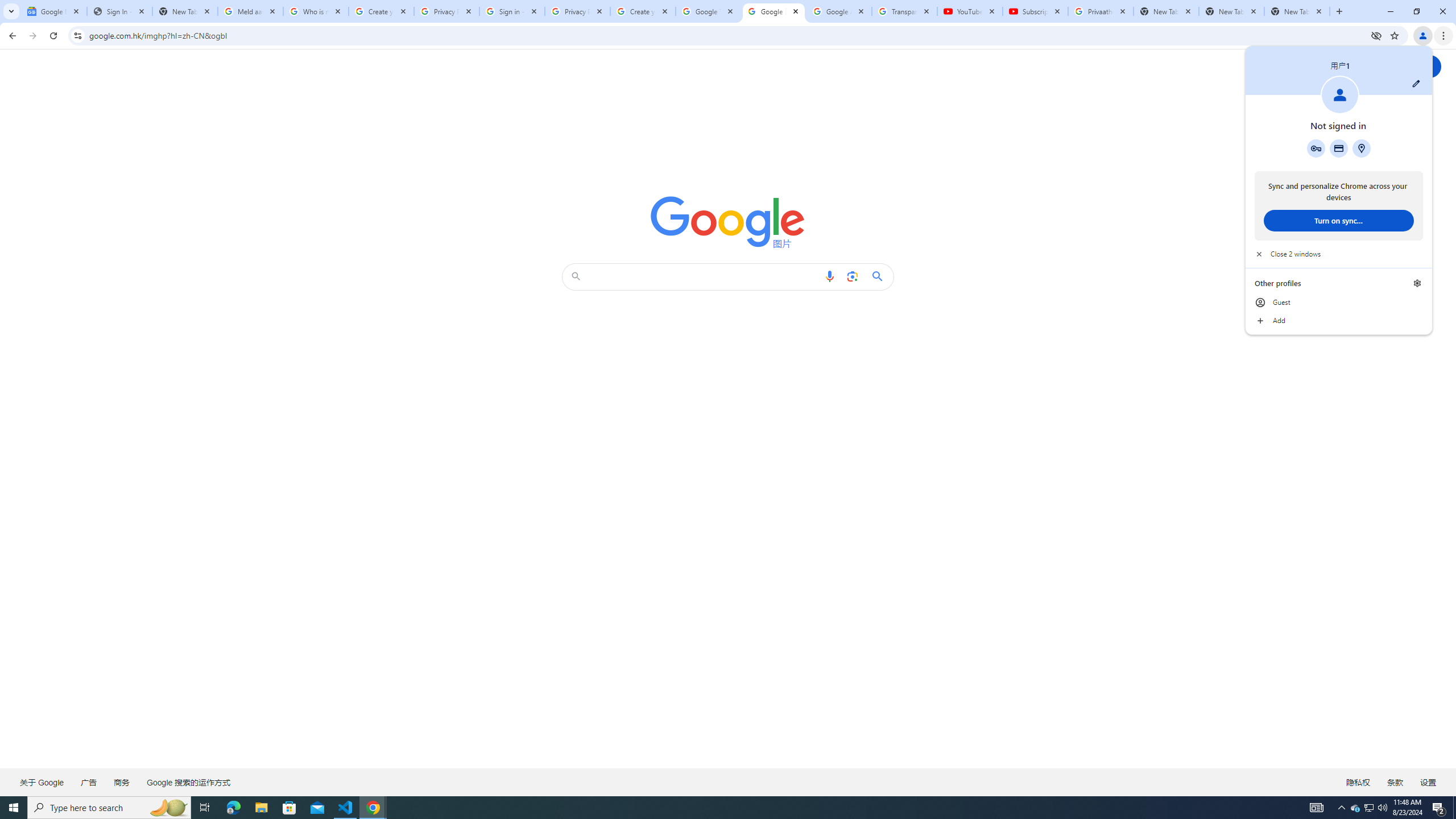 The height and width of the screenshot is (819, 1456). I want to click on 'Task View', so click(204, 806).